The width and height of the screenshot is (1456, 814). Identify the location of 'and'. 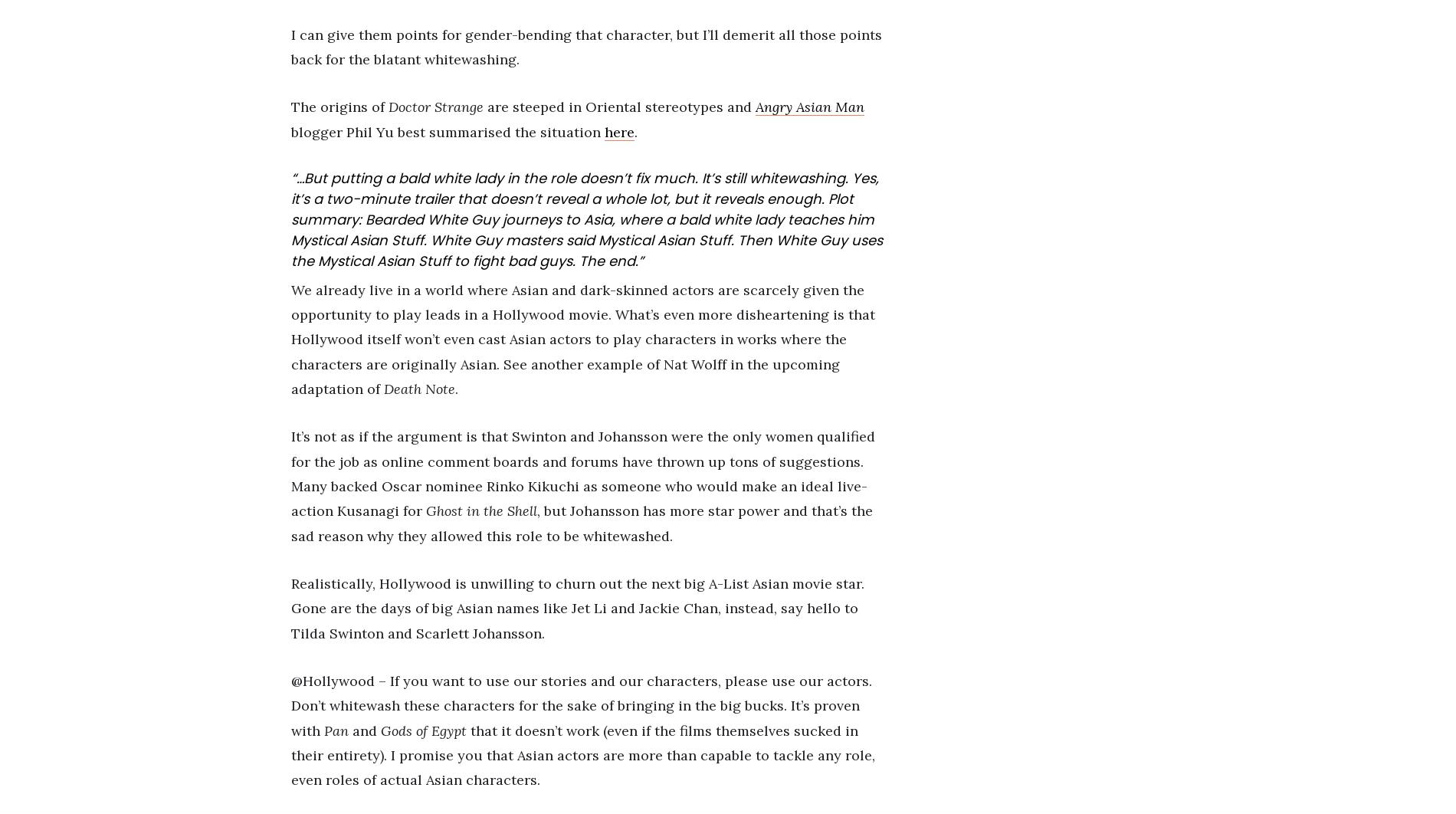
(364, 729).